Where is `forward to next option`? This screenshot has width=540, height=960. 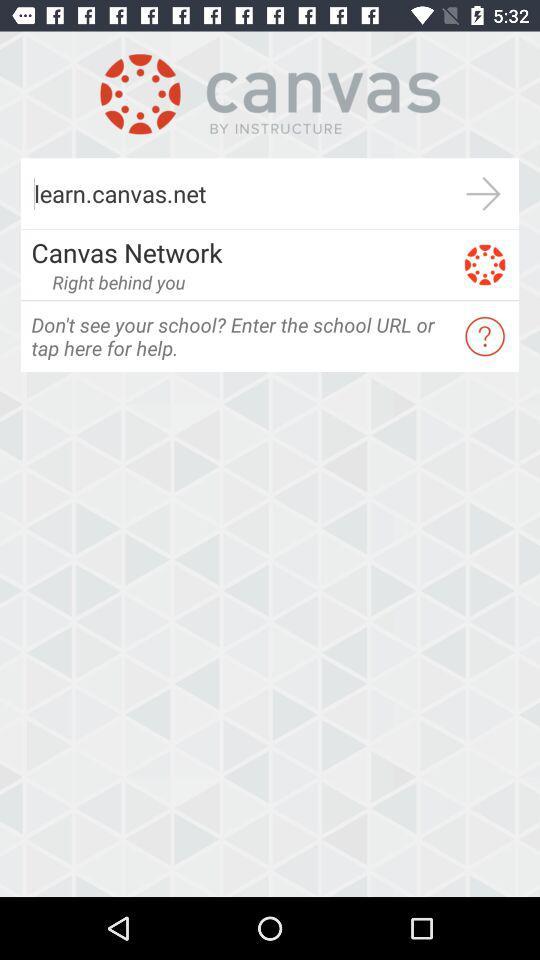 forward to next option is located at coordinates (482, 193).